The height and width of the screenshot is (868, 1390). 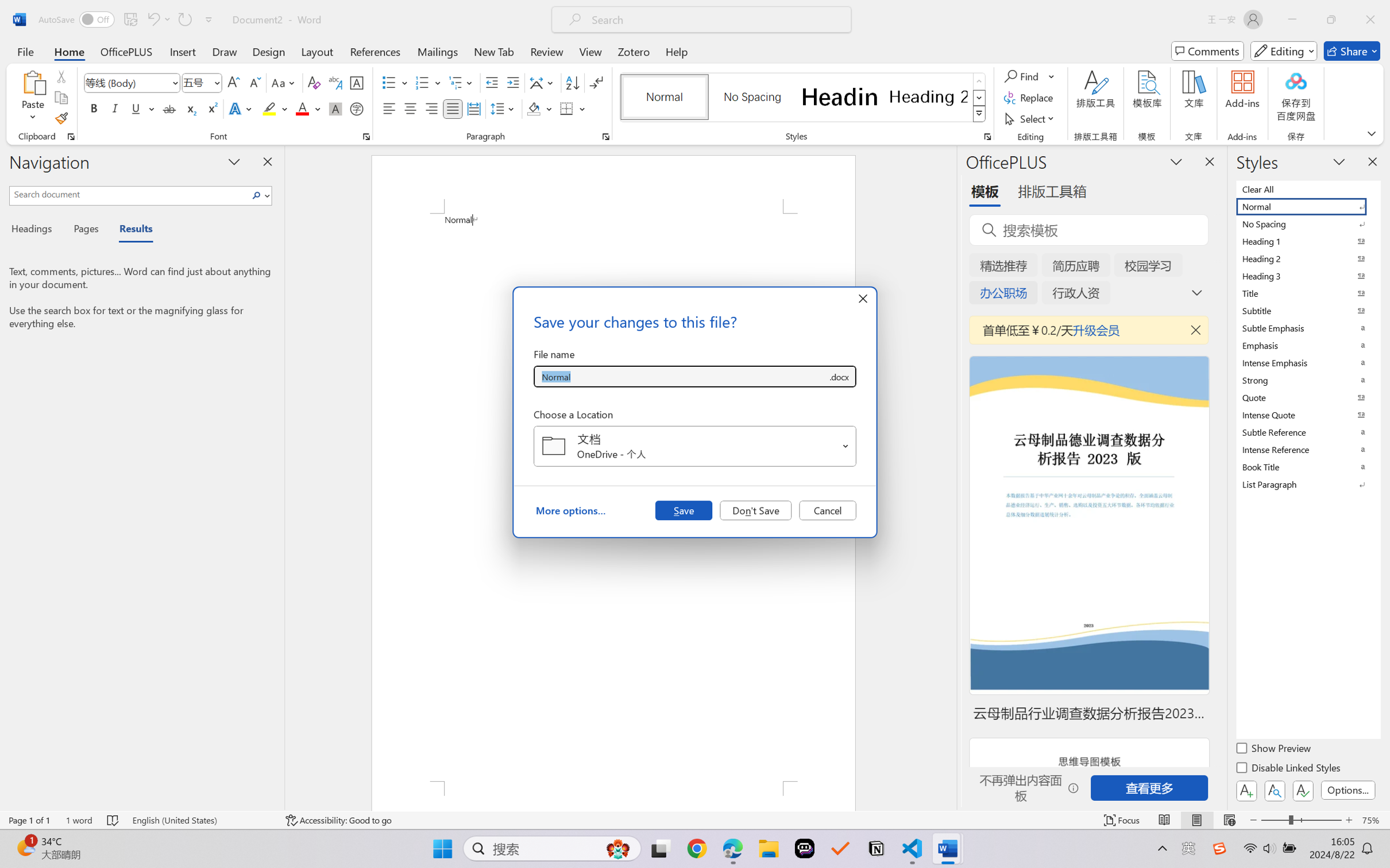 What do you see at coordinates (978, 81) in the screenshot?
I see `'Row up'` at bounding box center [978, 81].